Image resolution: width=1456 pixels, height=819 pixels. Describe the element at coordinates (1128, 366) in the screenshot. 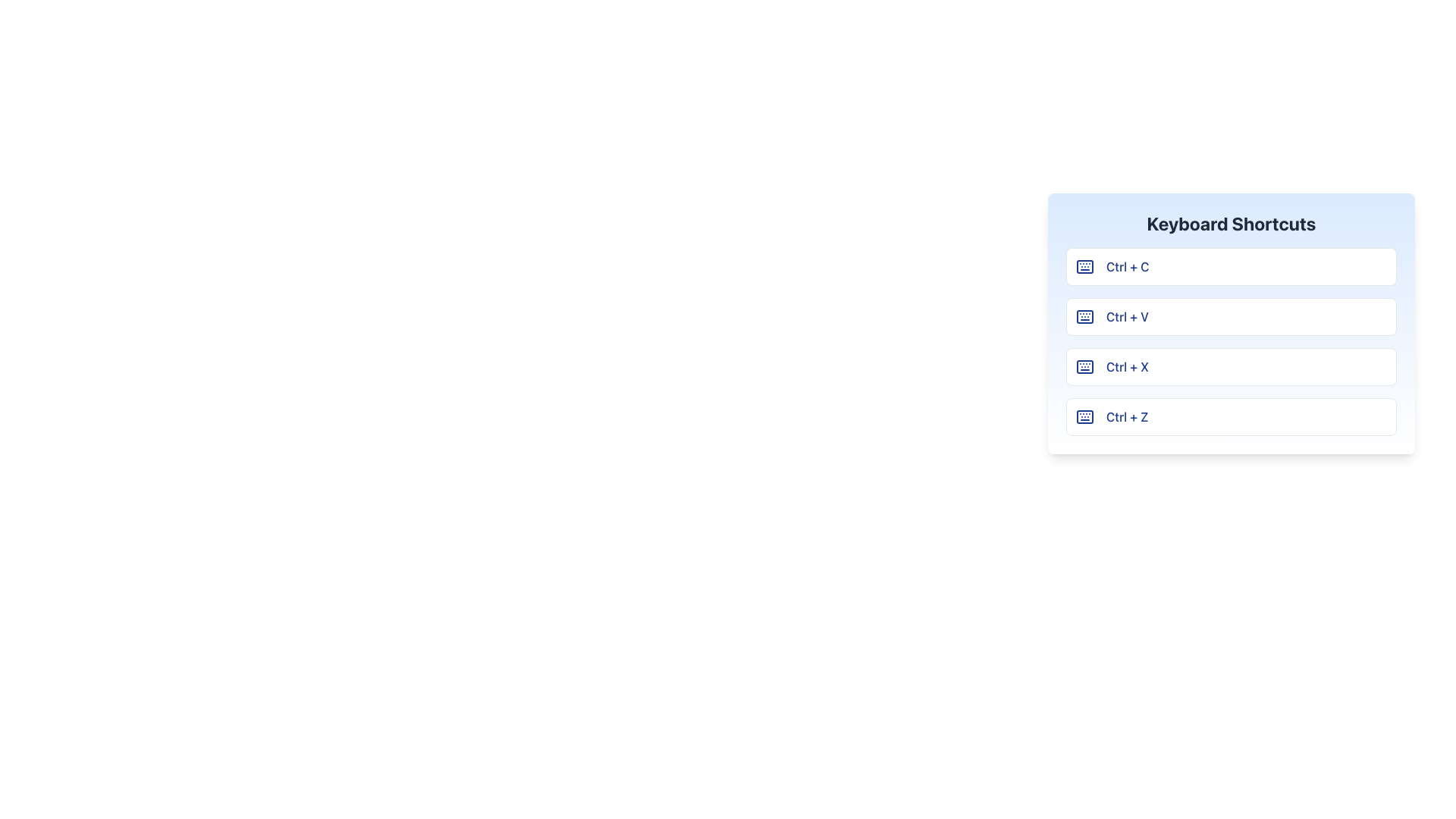

I see `the text label displaying 'Ctrl + X', which is in blue on a white background and is the third item in a vertical list of similar labels` at that location.